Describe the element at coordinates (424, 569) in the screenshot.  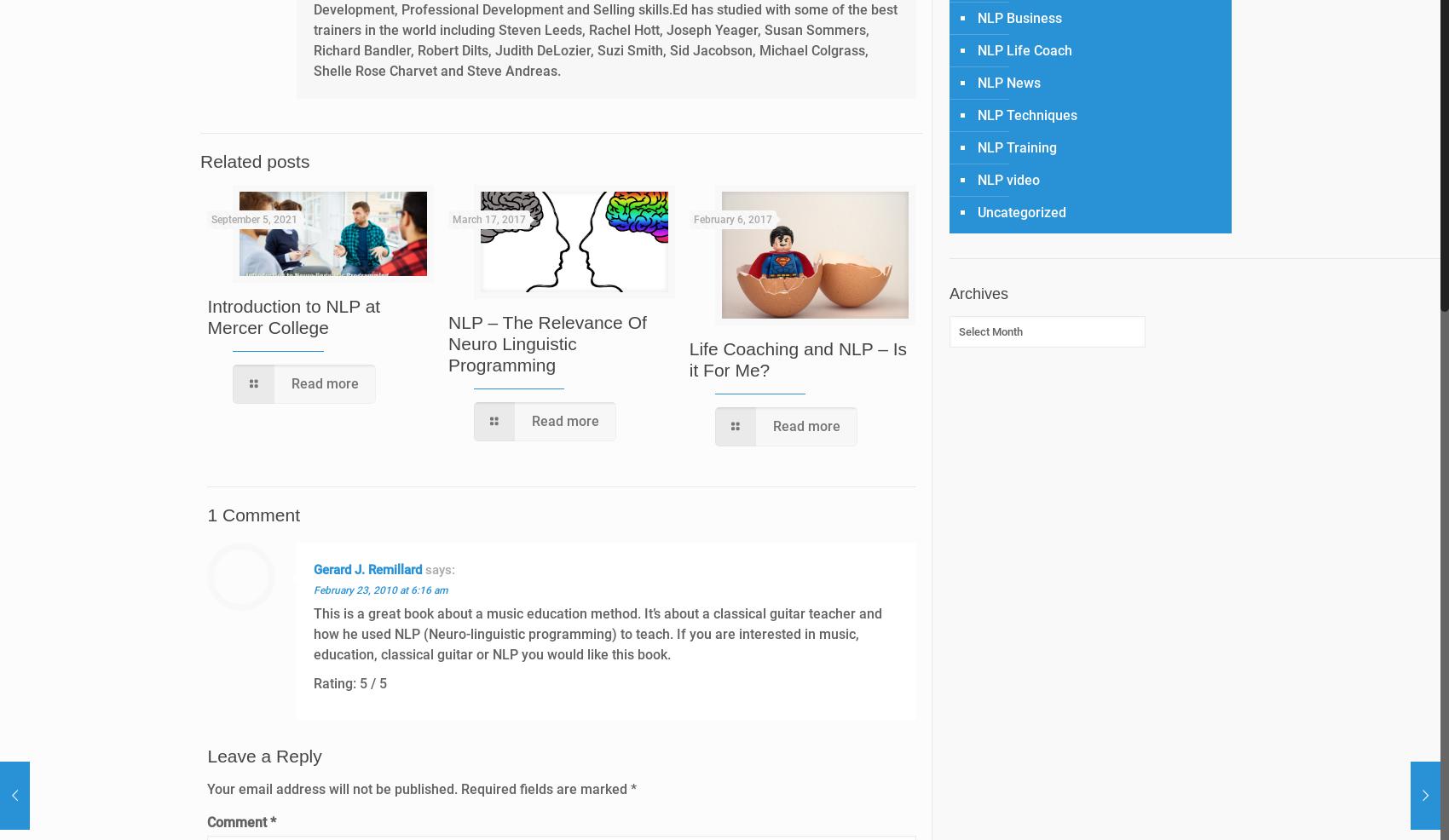
I see `'says:'` at that location.